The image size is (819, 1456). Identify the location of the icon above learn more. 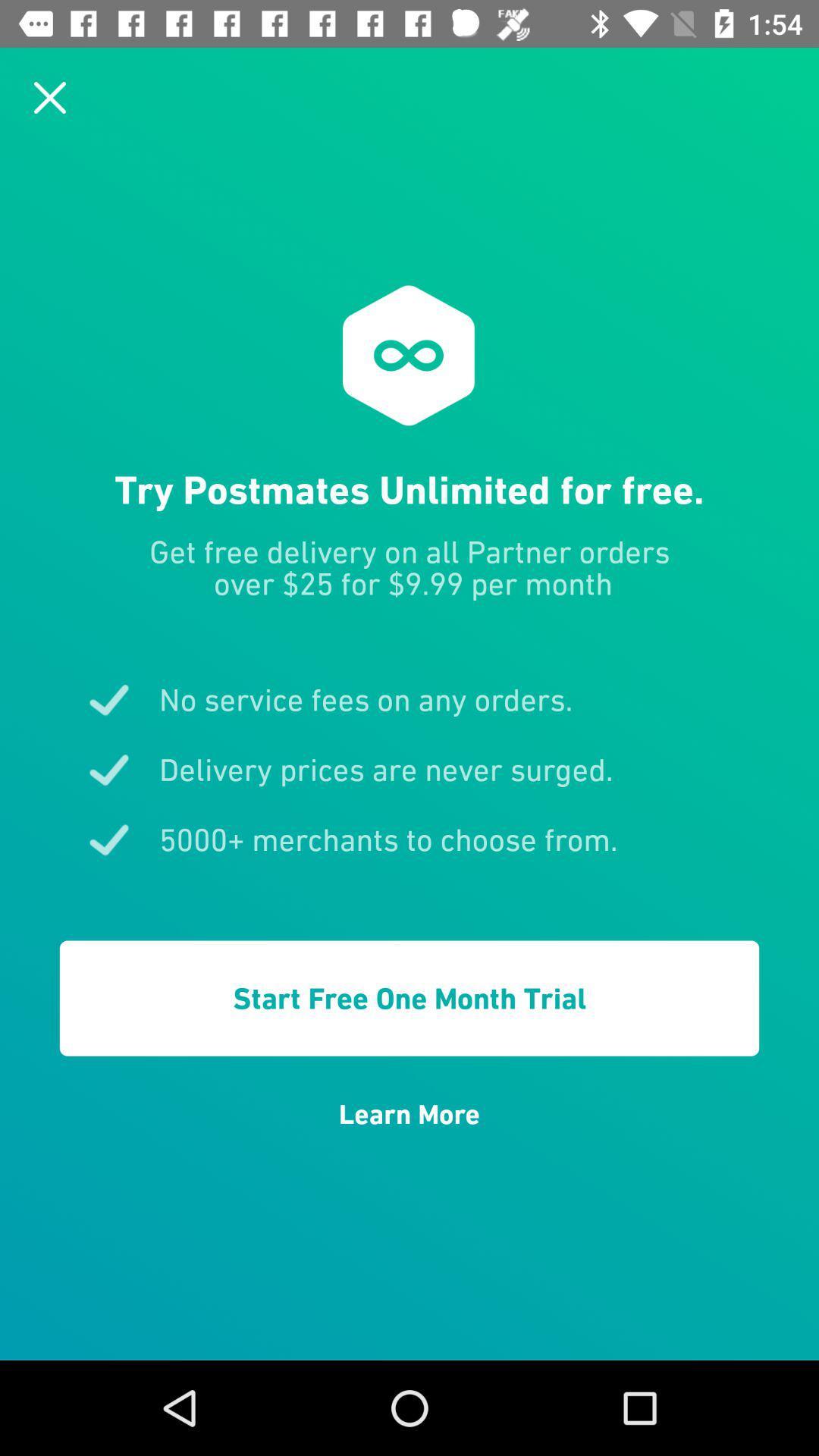
(409, 998).